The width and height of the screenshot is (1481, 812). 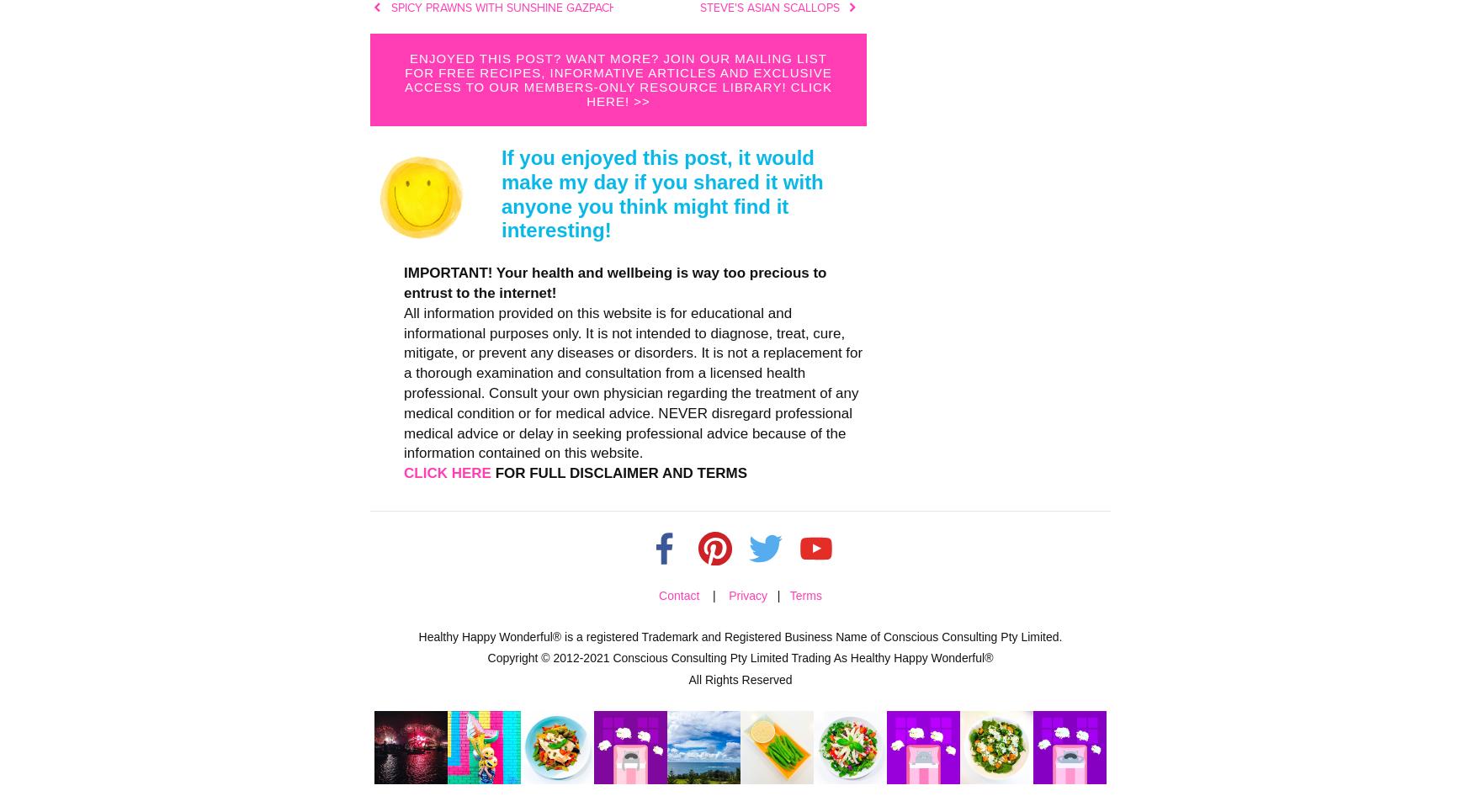 I want to click on 'Contact', so click(x=677, y=596).